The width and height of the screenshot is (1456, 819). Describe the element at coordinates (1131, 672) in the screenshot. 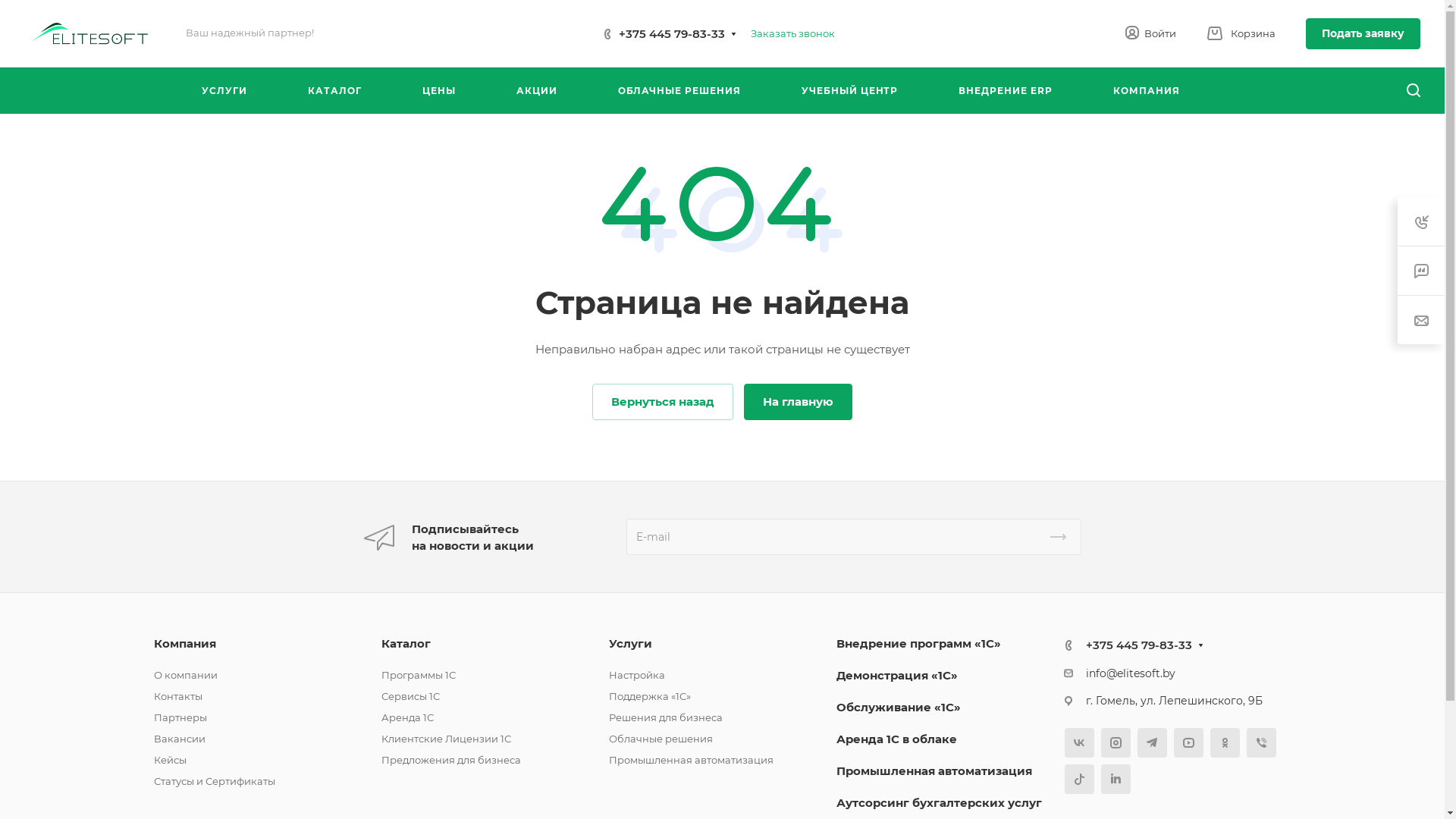

I see `'info@elitesoft.by'` at that location.